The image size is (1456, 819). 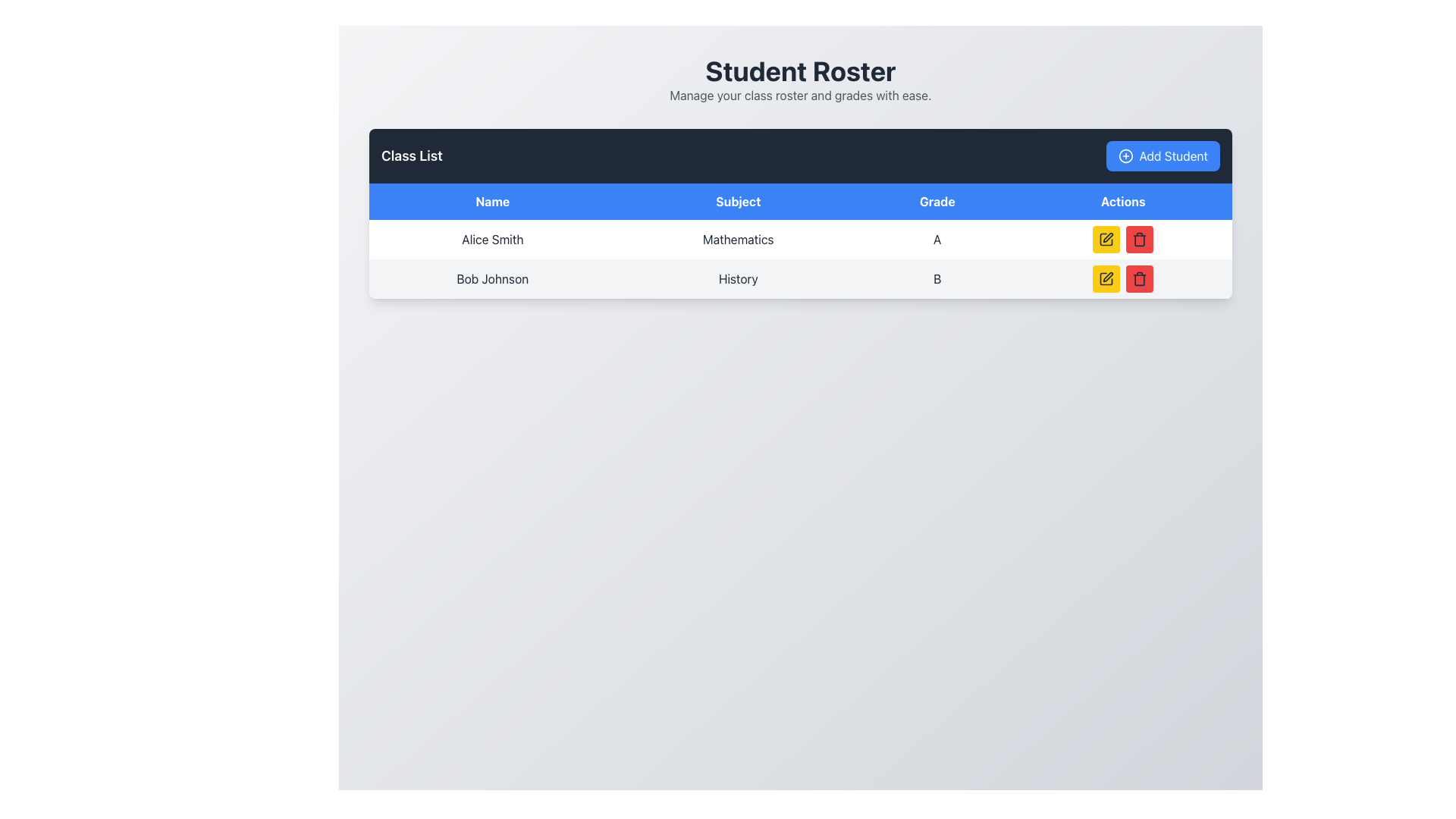 What do you see at coordinates (1106, 278) in the screenshot?
I see `the yellow button with a rounded border and a black pen icon located in the 'Actions' column of the second row in the 'Class List' table` at bounding box center [1106, 278].